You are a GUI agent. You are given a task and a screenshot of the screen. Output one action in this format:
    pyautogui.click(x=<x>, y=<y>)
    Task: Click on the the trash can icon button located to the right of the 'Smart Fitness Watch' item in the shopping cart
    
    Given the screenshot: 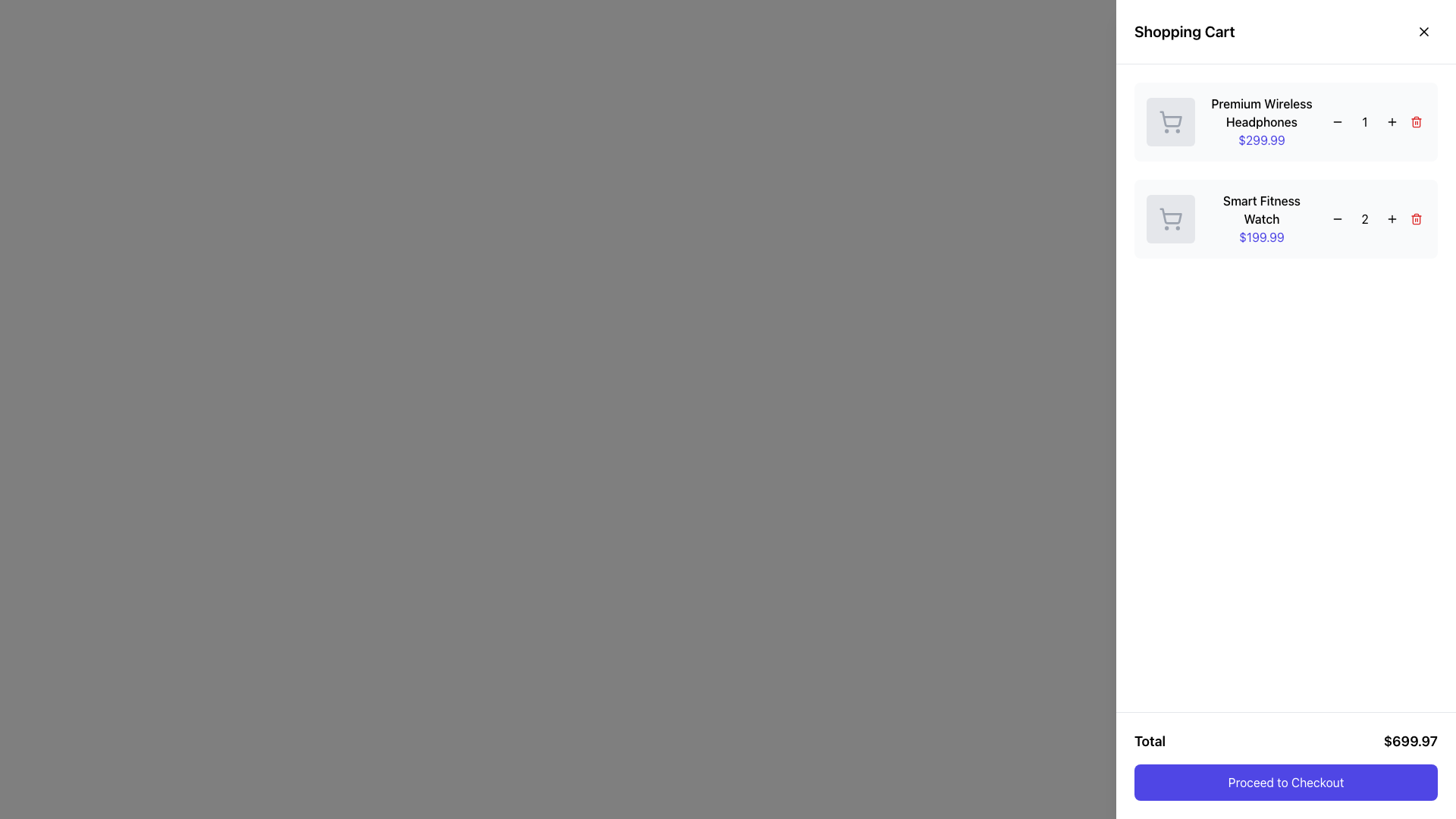 What is the action you would take?
    pyautogui.click(x=1415, y=219)
    